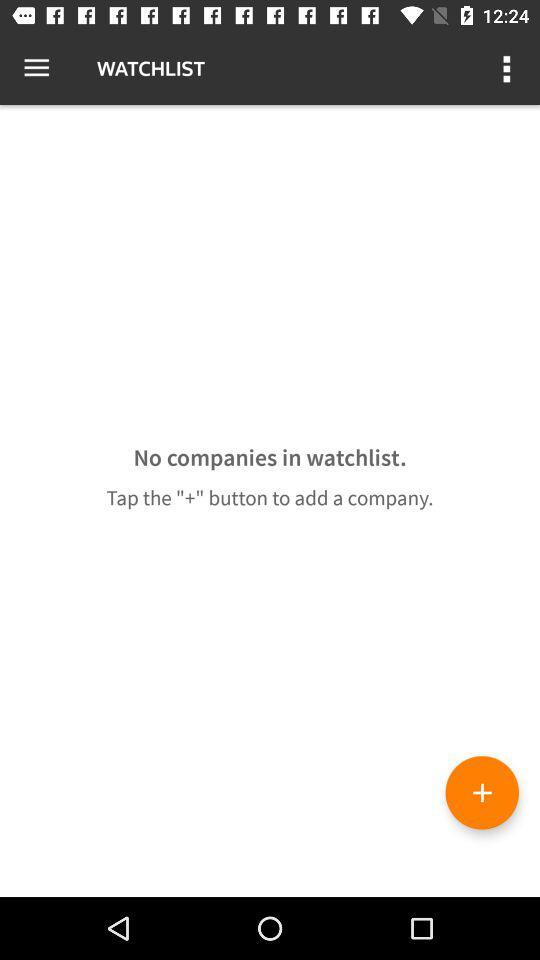 The image size is (540, 960). I want to click on the add icon, so click(481, 792).